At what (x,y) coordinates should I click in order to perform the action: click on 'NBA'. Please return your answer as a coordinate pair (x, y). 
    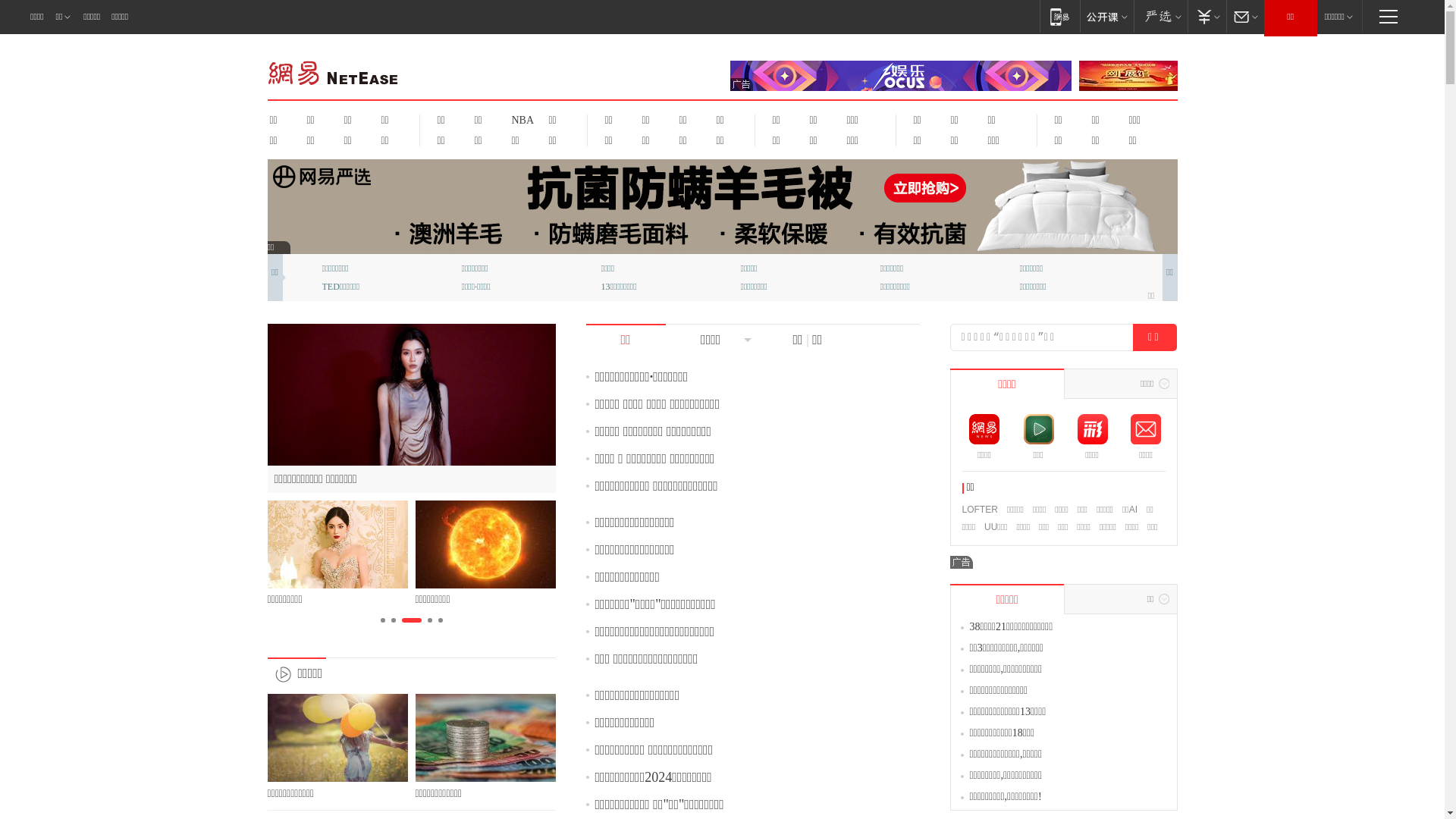
    Looking at the image, I should click on (520, 119).